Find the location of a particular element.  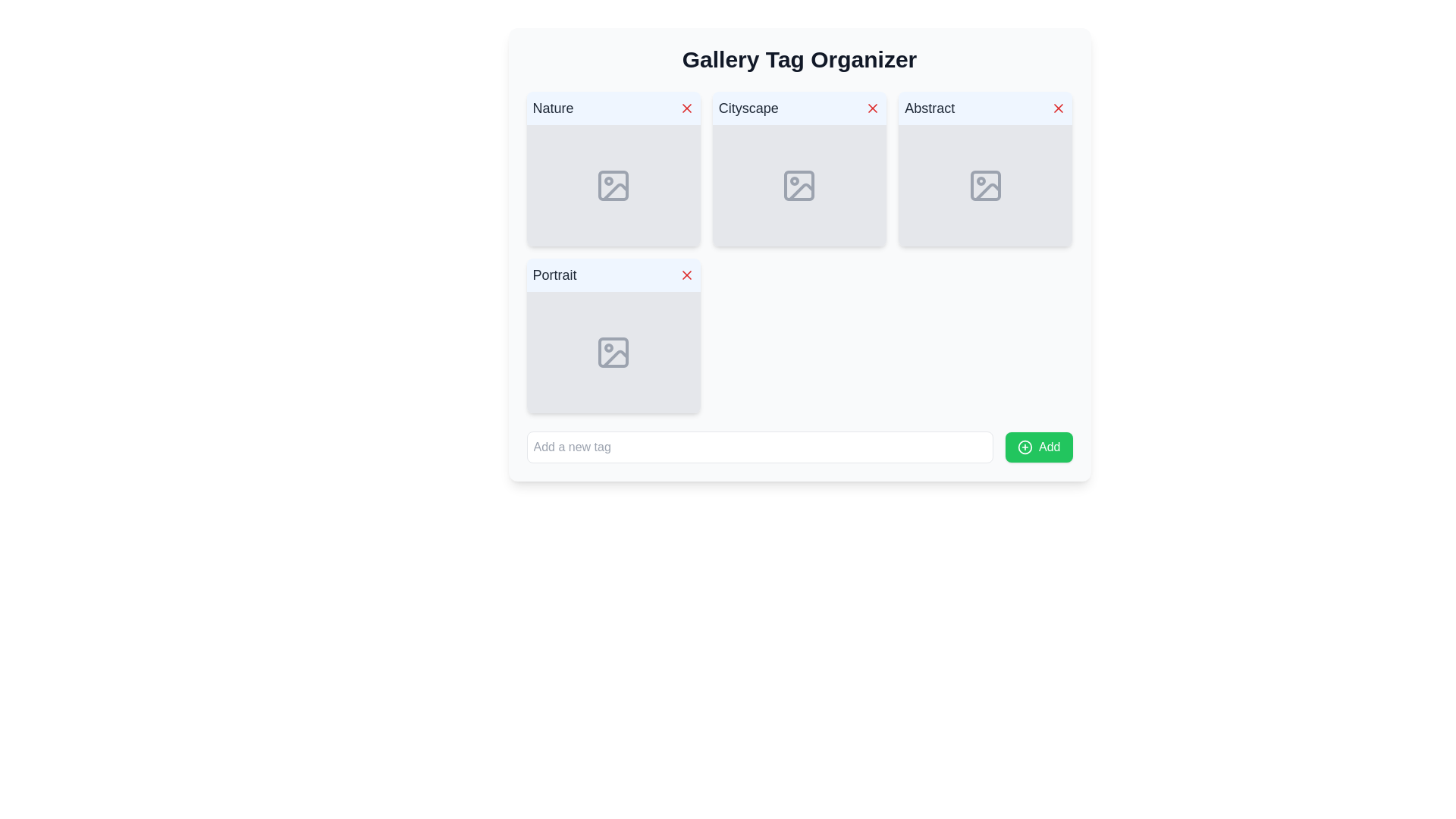

the static text label that identifies the category as 'Portrait', located at the left of the light blue rounded rectangle tile in the second row of the gallery layout is located at coordinates (554, 275).